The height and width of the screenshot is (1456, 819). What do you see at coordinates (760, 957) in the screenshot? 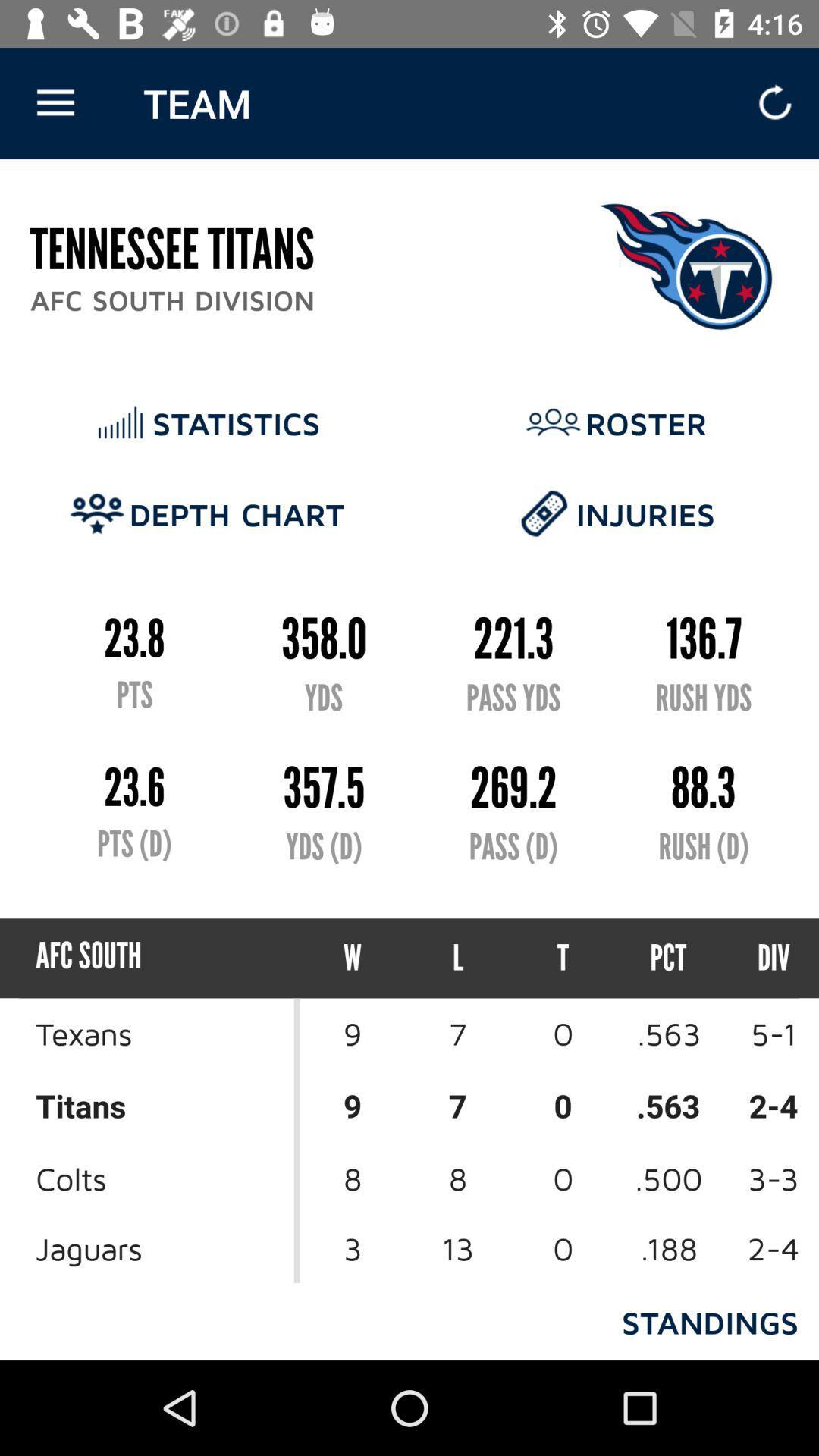
I see `the div icon` at bounding box center [760, 957].